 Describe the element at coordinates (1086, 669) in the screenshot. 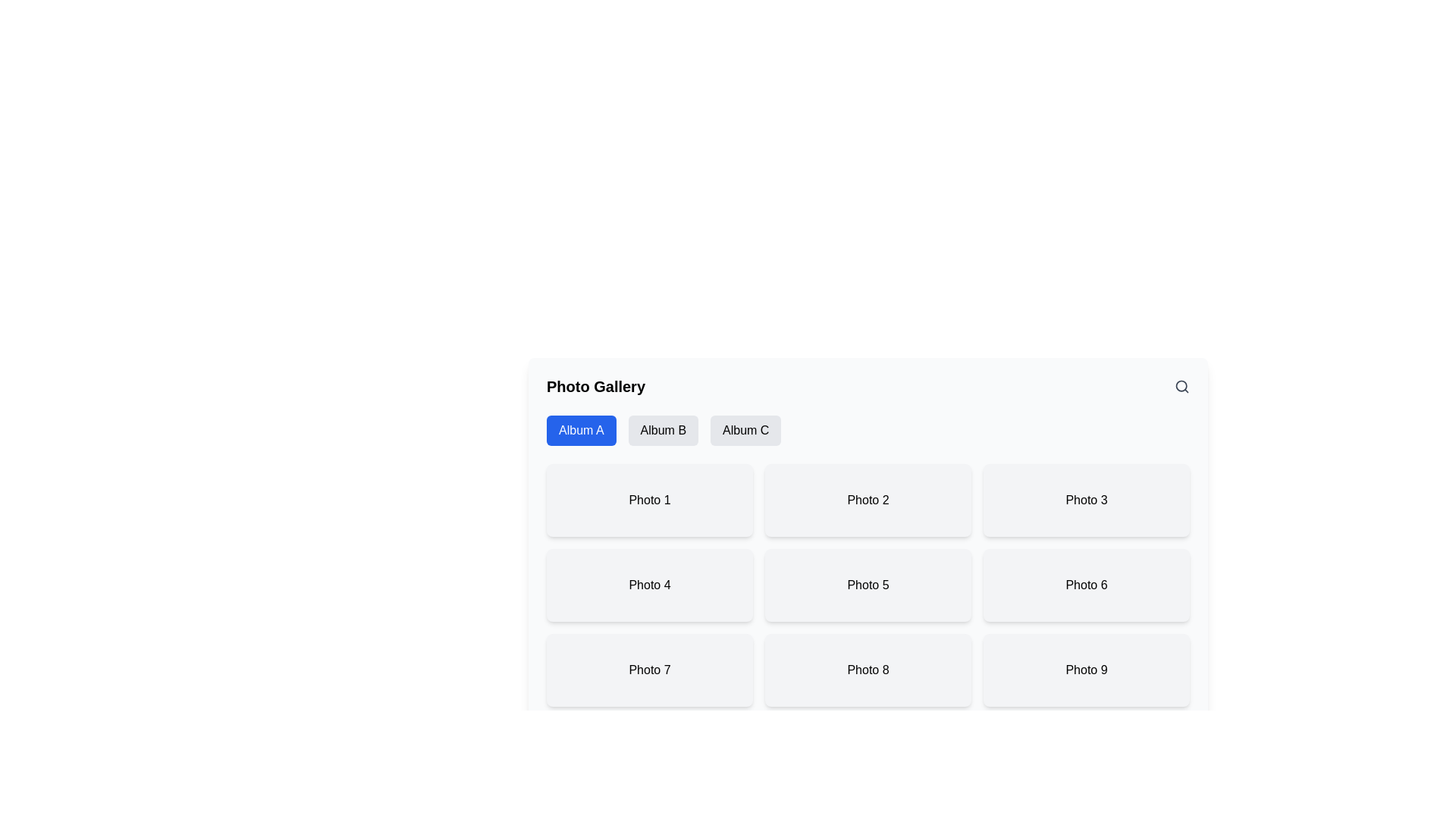

I see `the interactive placeholder for 'Photo 9', located in the third column and third row of the grid` at that location.